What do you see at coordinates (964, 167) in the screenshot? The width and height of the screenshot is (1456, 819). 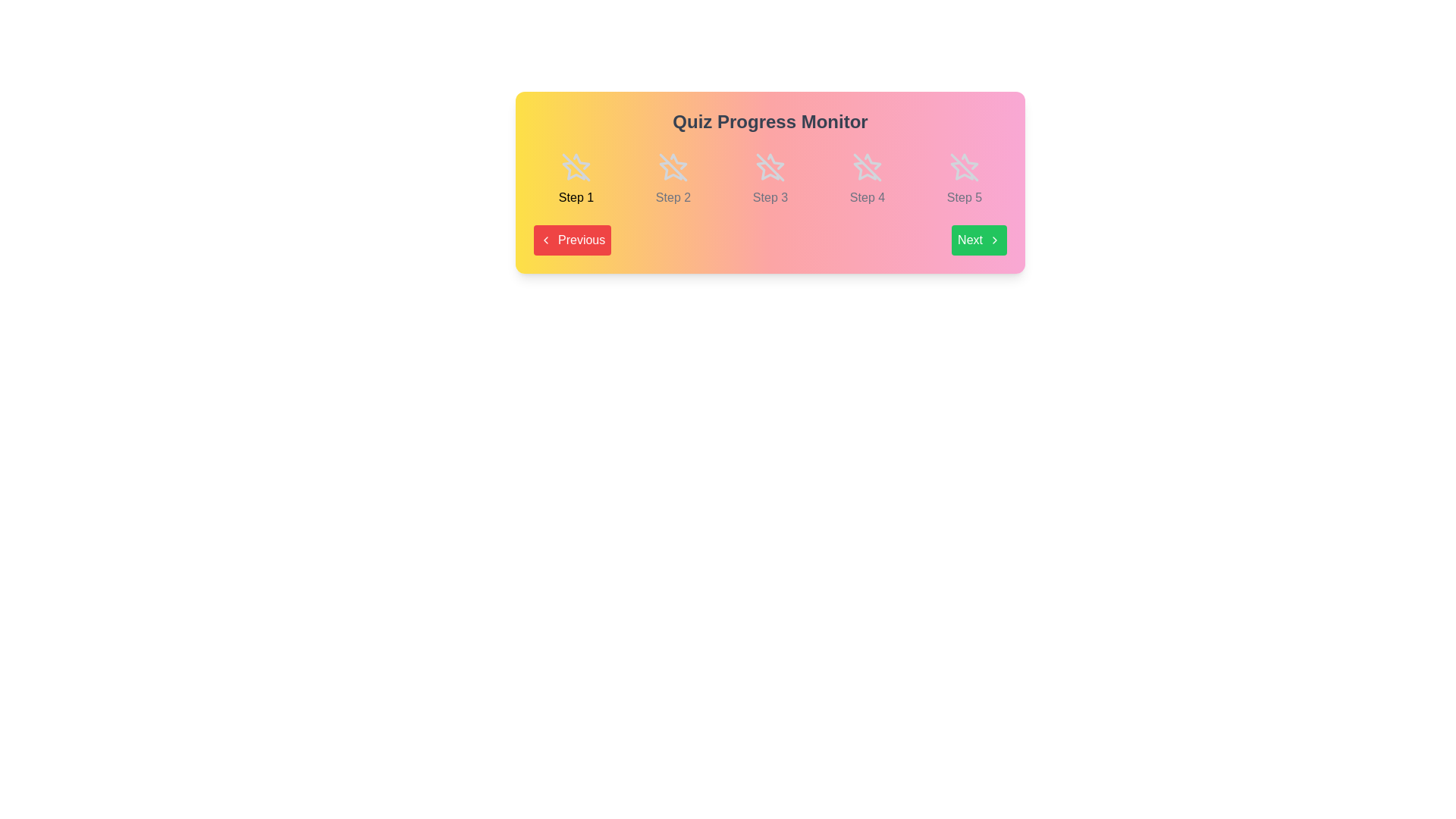 I see `the fifth step icon in the step progression sequence, labeled 'Step 5', which indicates that the step is incomplete` at bounding box center [964, 167].